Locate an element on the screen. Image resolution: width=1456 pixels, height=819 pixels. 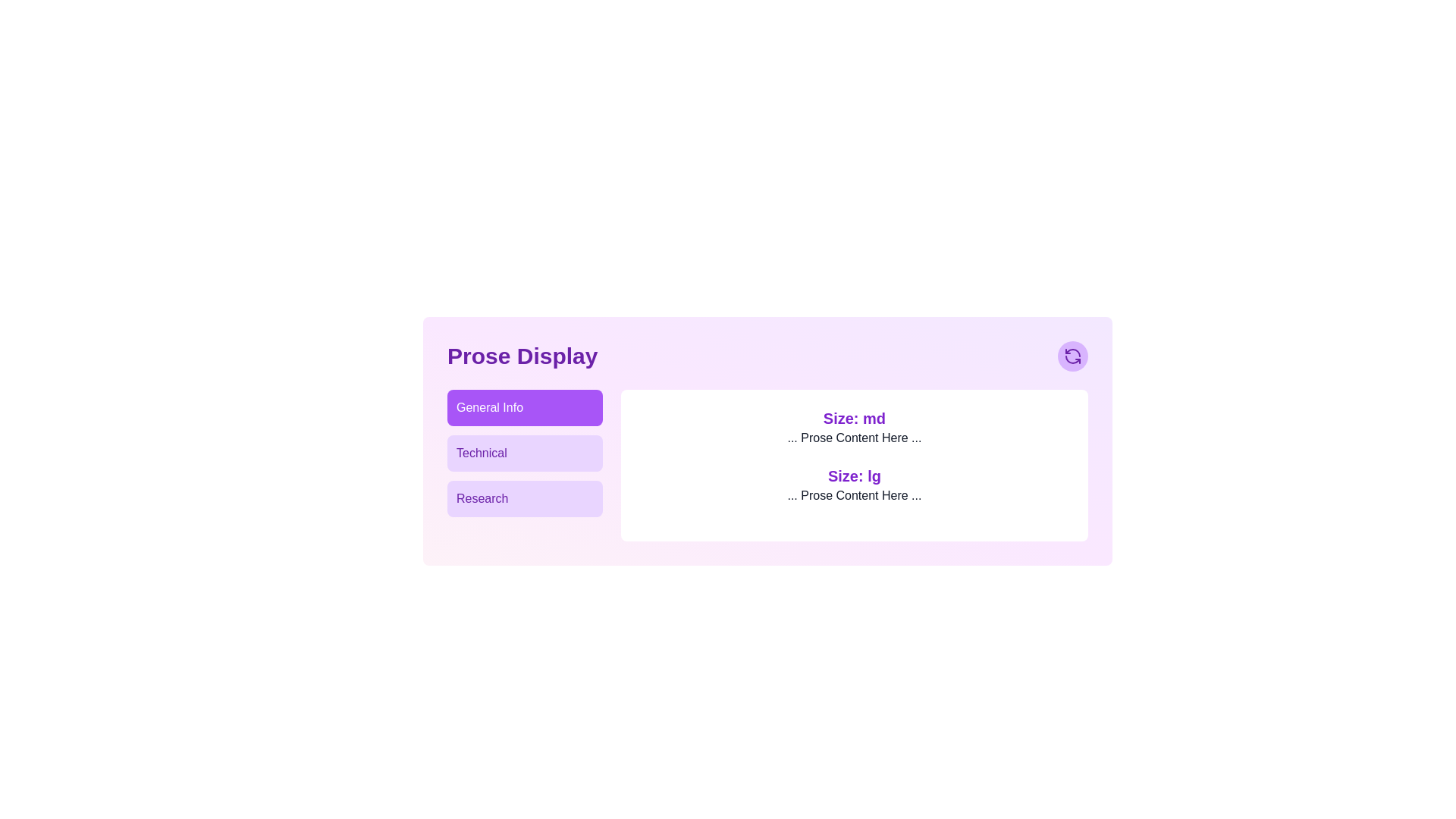
the text block styled with gray color and medium-sized font, located below the header labeled 'Size: md' is located at coordinates (855, 438).